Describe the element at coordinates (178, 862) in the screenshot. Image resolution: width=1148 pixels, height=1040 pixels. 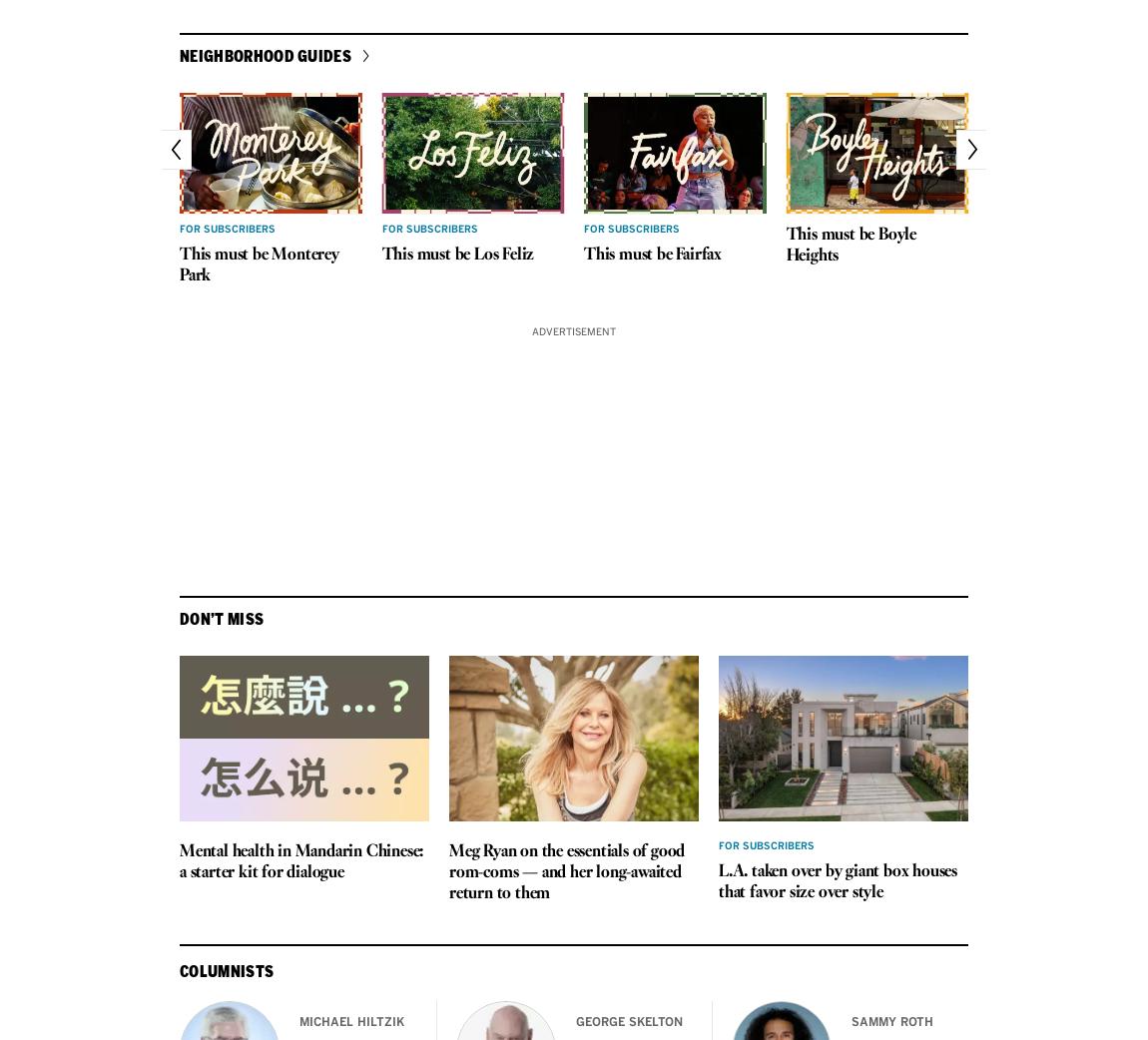
I see `'Mental health in Mandarin Chinese: a starter kit for dialogue'` at that location.